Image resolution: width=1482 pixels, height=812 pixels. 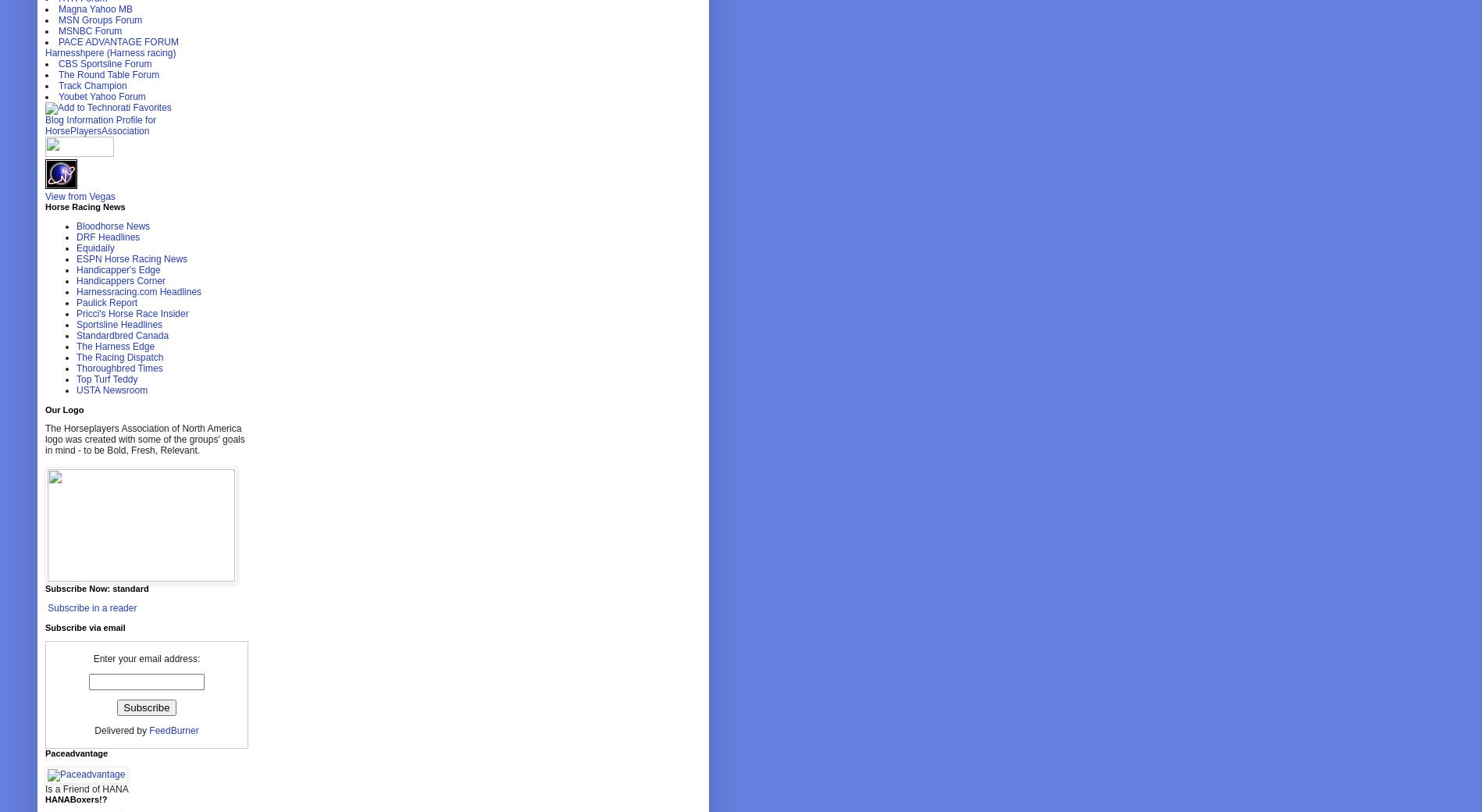 I want to click on 'MSN Groups Forum', so click(x=58, y=20).